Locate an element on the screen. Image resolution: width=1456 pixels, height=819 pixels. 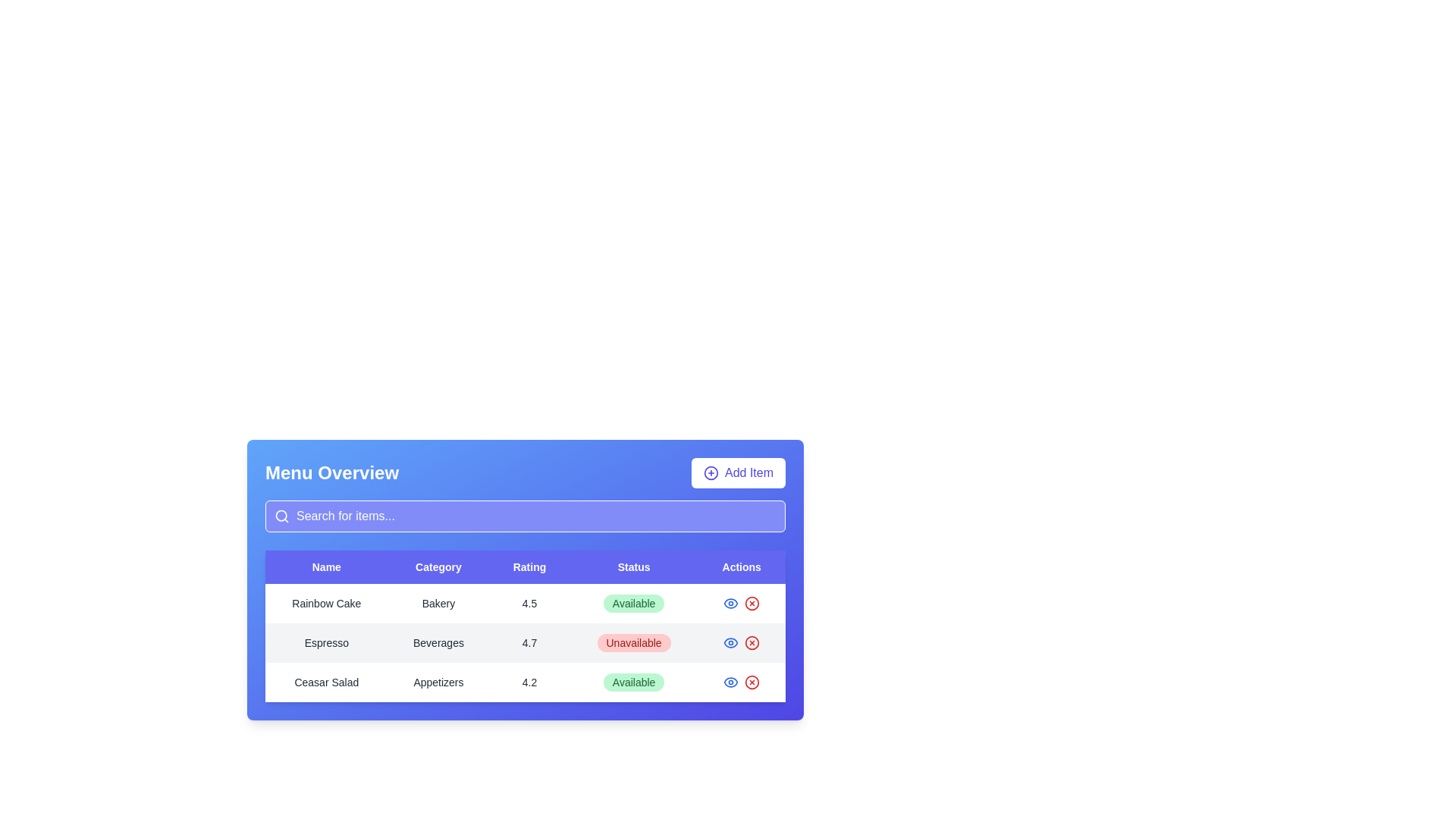
the 'Actions' column header in the data table, which is the rightmost header positioned after the 'Status' column is located at coordinates (742, 567).